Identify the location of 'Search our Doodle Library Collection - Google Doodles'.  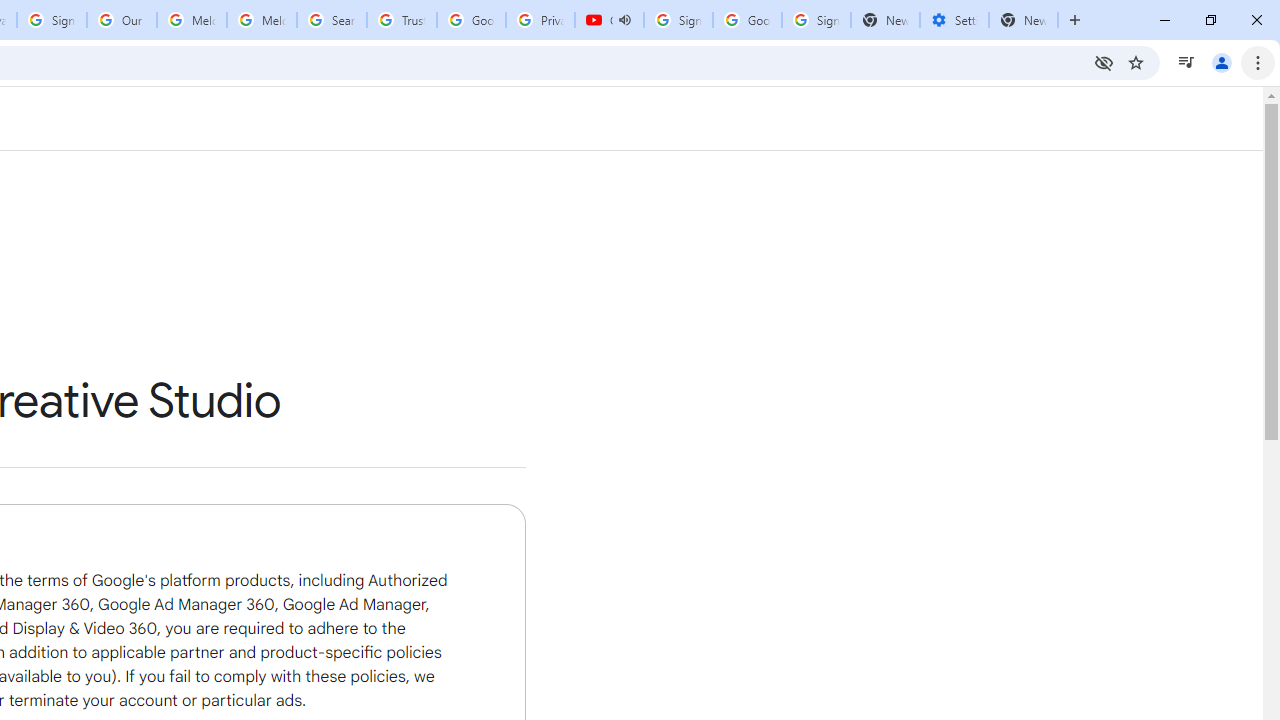
(332, 20).